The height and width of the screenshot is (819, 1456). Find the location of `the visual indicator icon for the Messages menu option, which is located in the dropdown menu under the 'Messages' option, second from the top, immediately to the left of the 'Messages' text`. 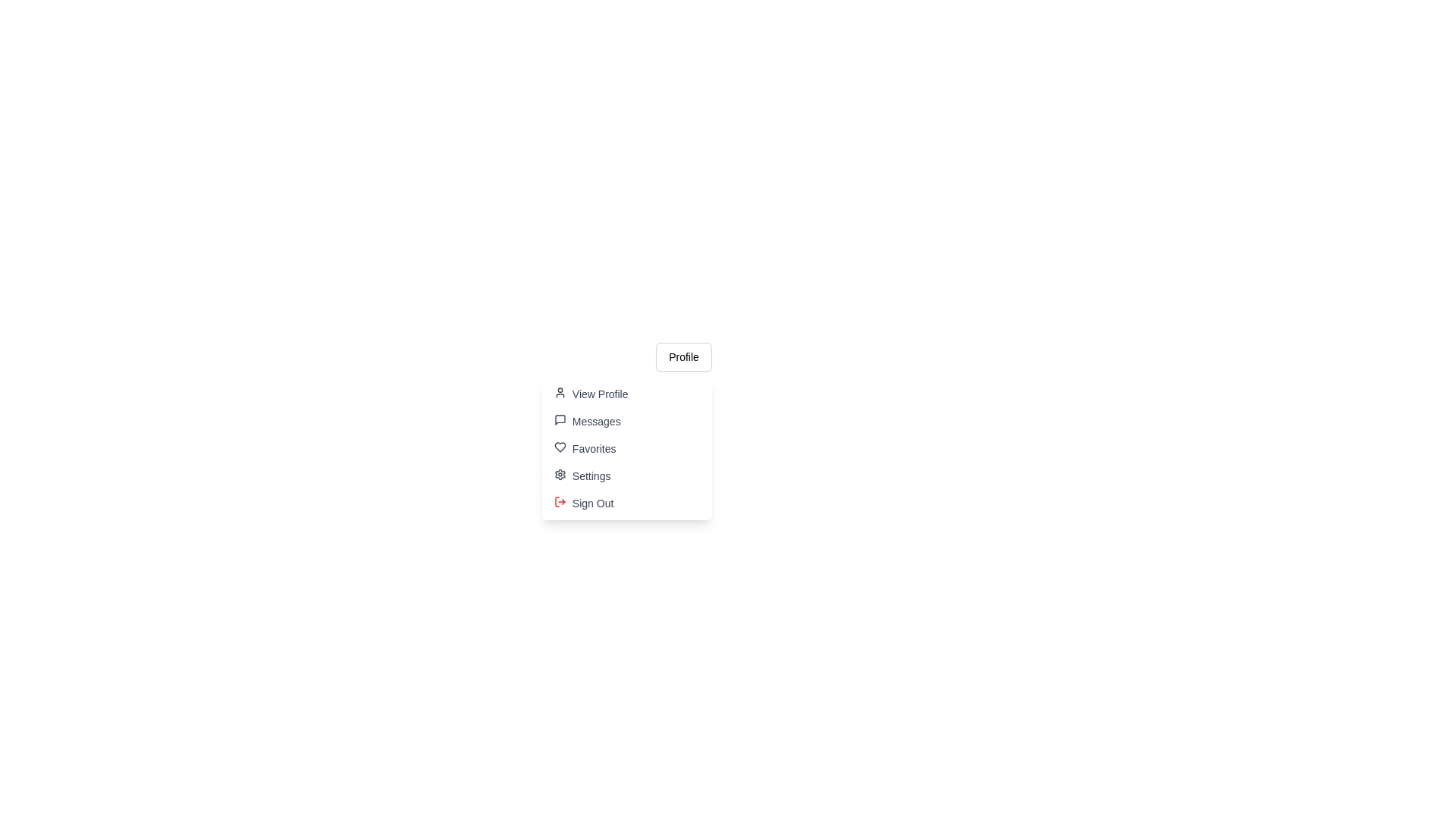

the visual indicator icon for the Messages menu option, which is located in the dropdown menu under the 'Messages' option, second from the top, immediately to the left of the 'Messages' text is located at coordinates (559, 420).